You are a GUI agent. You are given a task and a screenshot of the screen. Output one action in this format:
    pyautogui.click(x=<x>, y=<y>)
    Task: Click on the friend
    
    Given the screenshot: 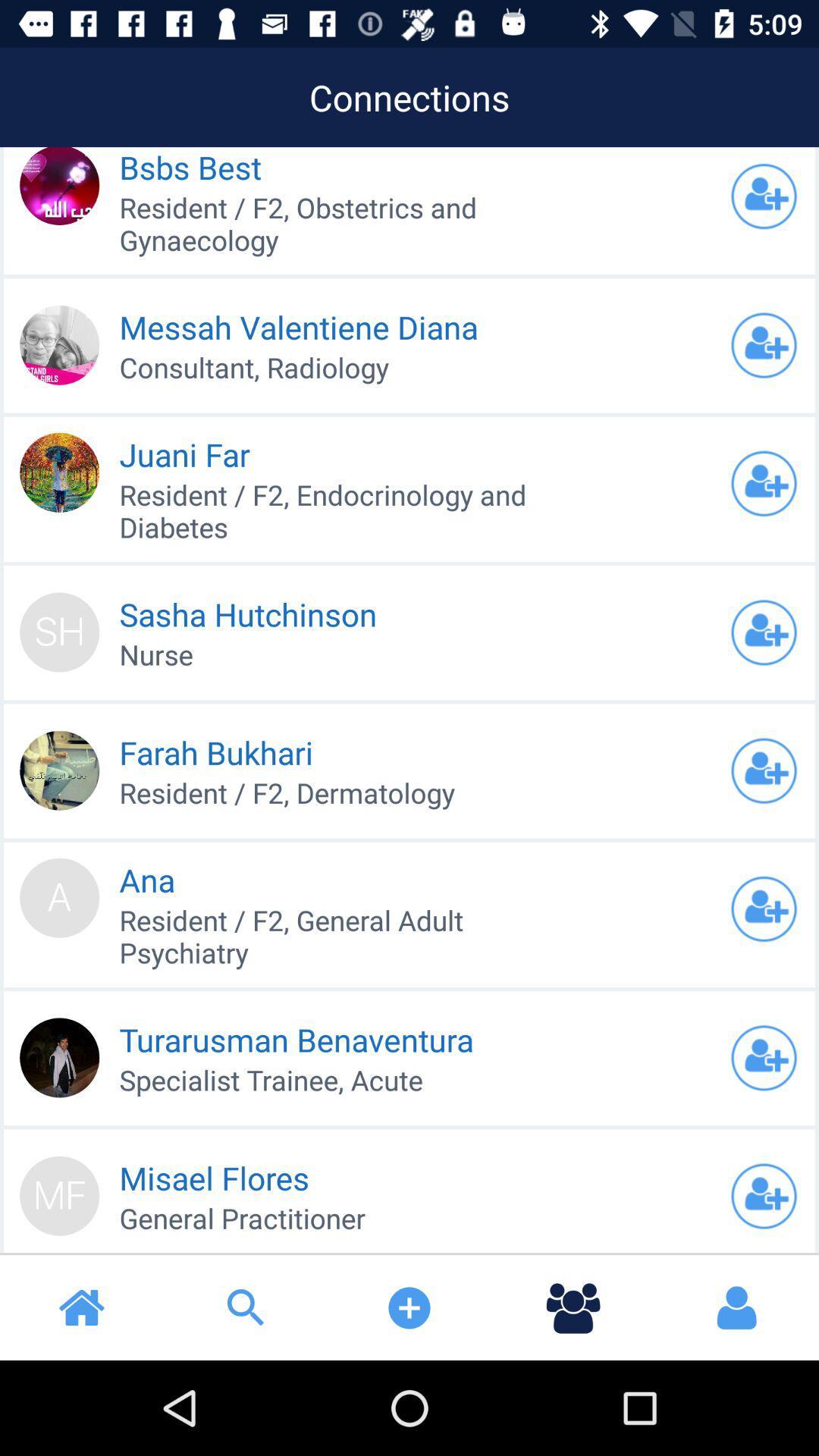 What is the action you would take?
    pyautogui.click(x=764, y=1195)
    